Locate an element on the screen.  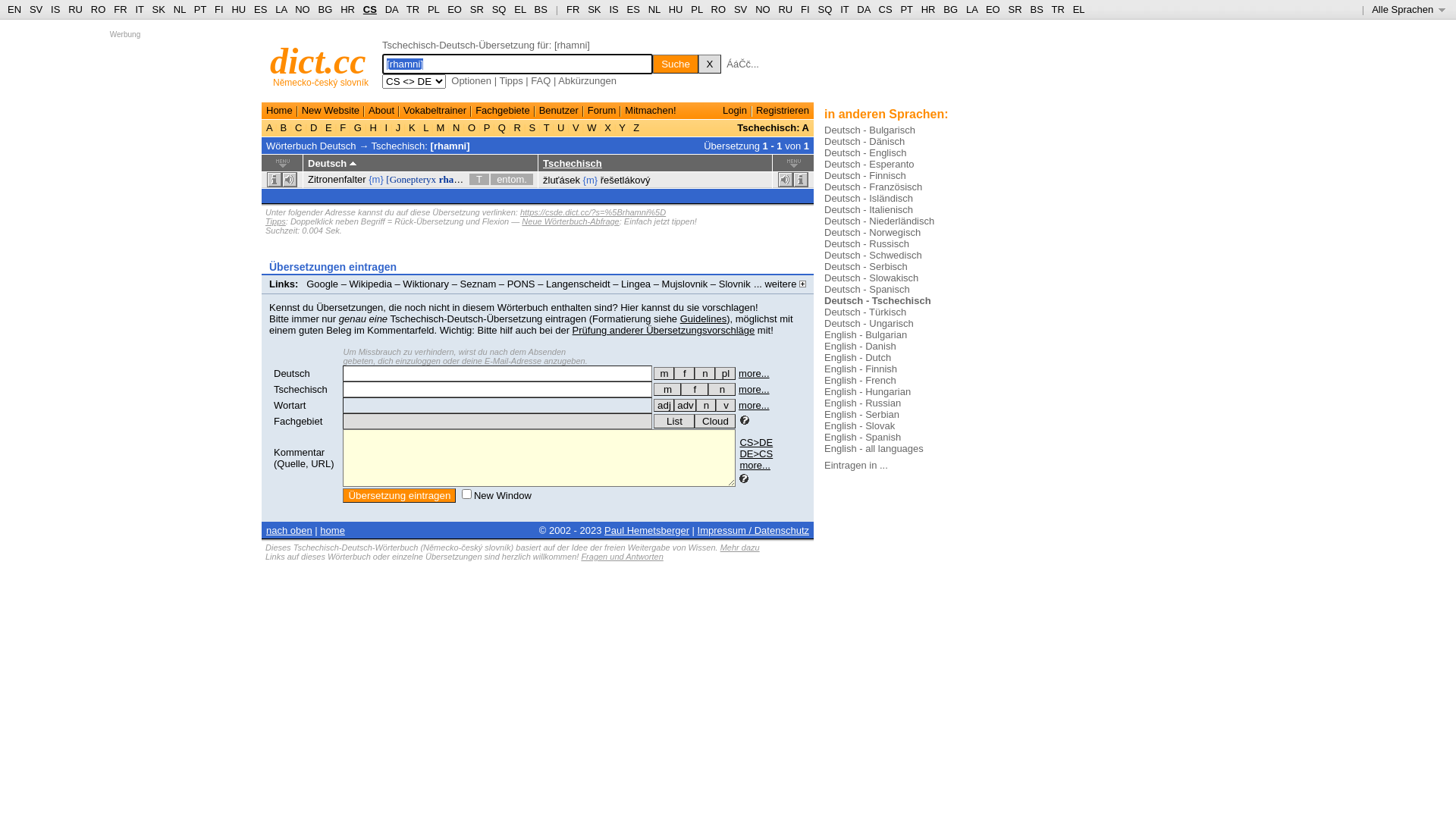
'SR' is located at coordinates (469, 9).